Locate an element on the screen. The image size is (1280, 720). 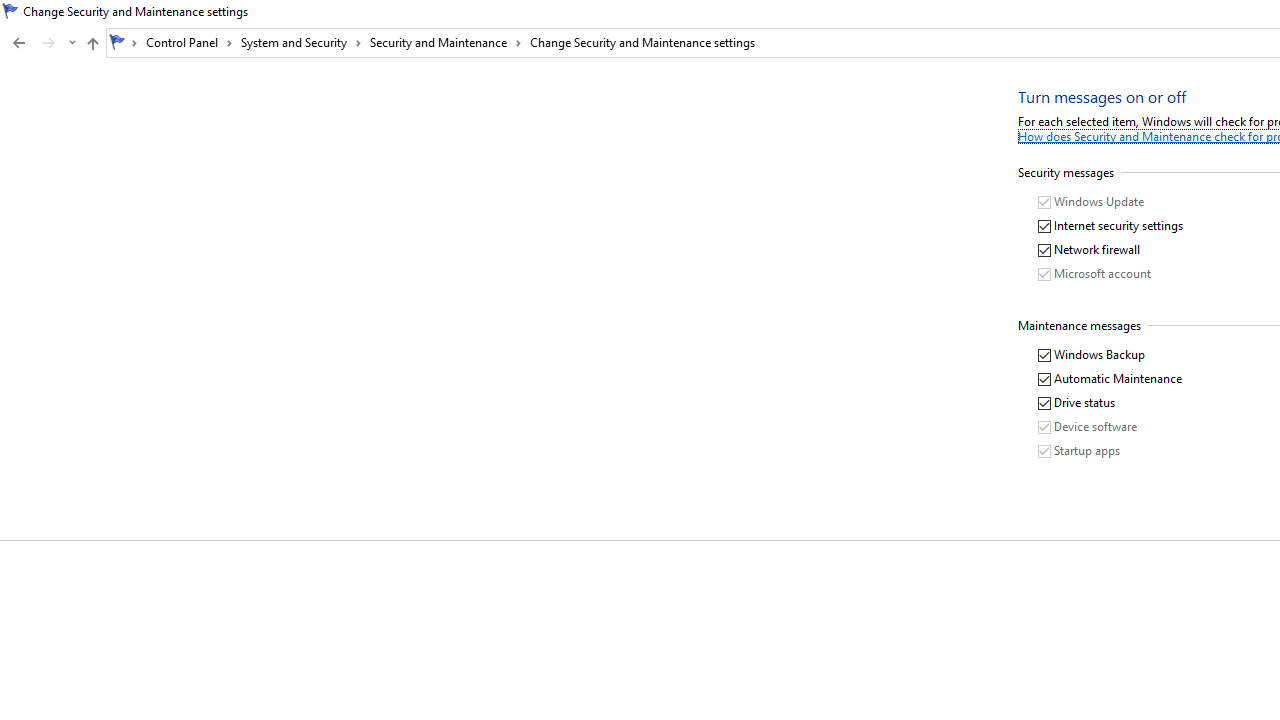
'System' is located at coordinates (10, 11).